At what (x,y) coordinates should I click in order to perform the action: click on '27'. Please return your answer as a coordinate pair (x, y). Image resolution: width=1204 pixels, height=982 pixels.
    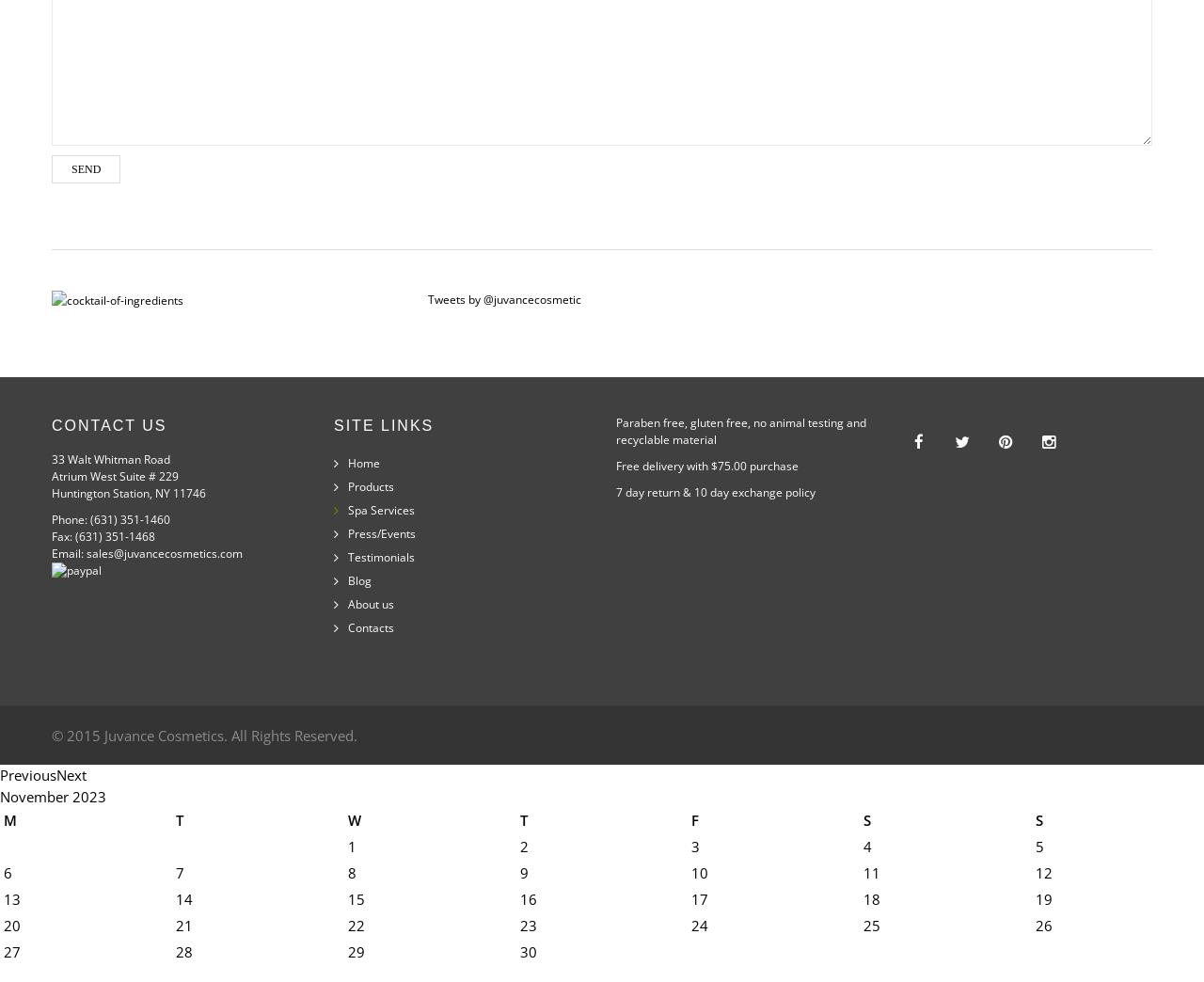
    Looking at the image, I should click on (12, 951).